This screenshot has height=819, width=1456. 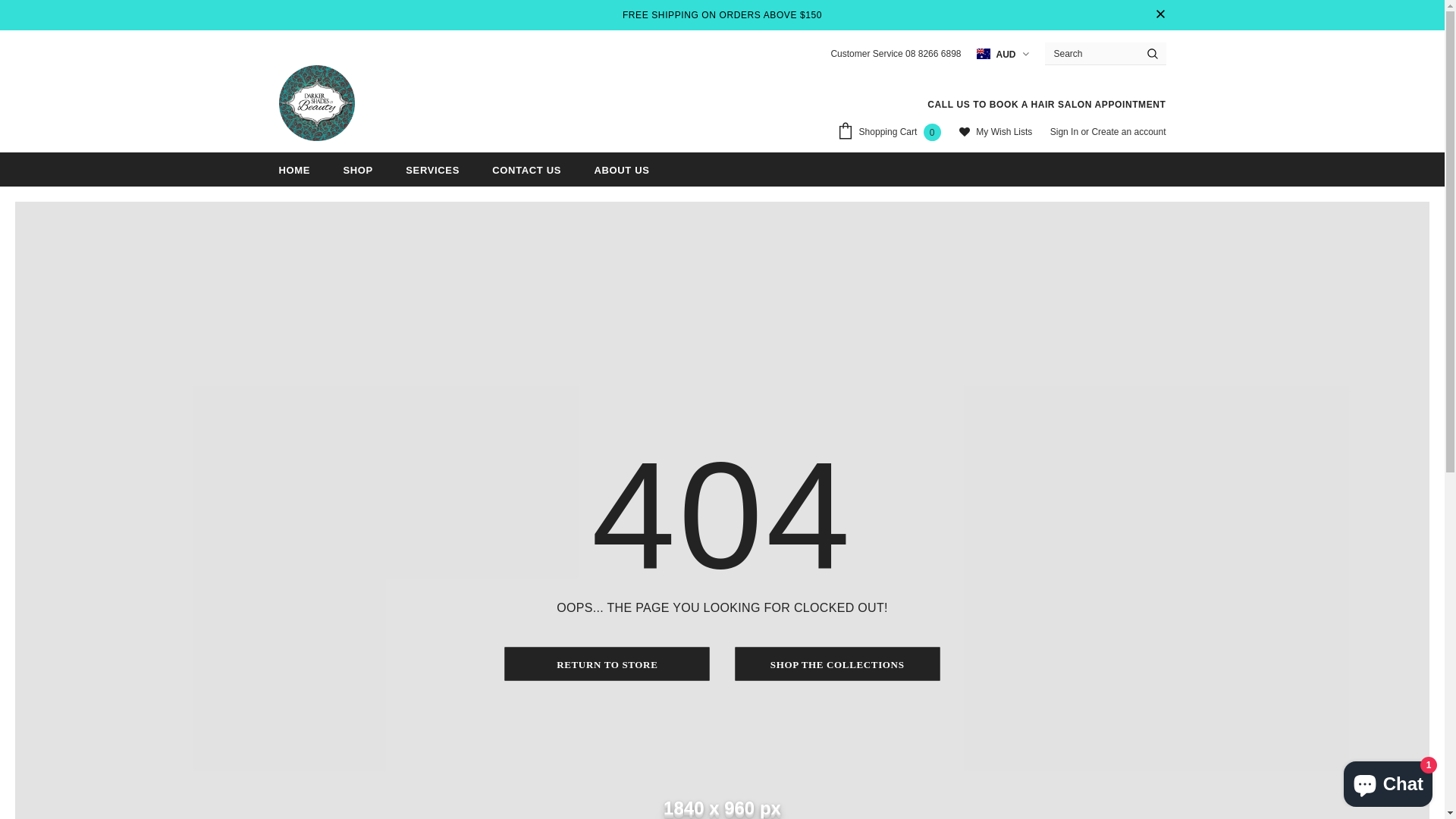 What do you see at coordinates (431, 169) in the screenshot?
I see `'SERVICES'` at bounding box center [431, 169].